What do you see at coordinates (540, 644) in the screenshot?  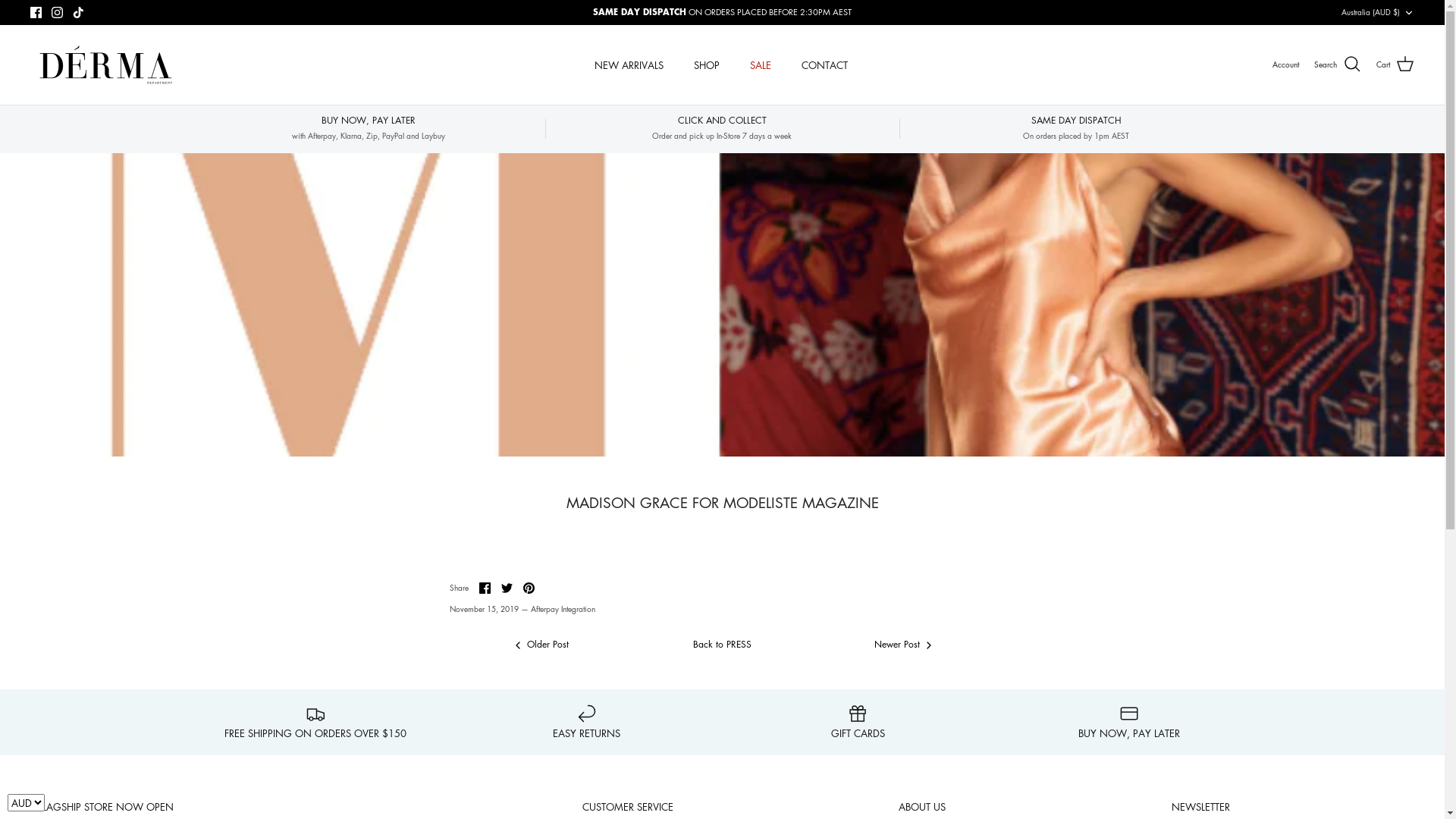 I see `'Left Older Post'` at bounding box center [540, 644].